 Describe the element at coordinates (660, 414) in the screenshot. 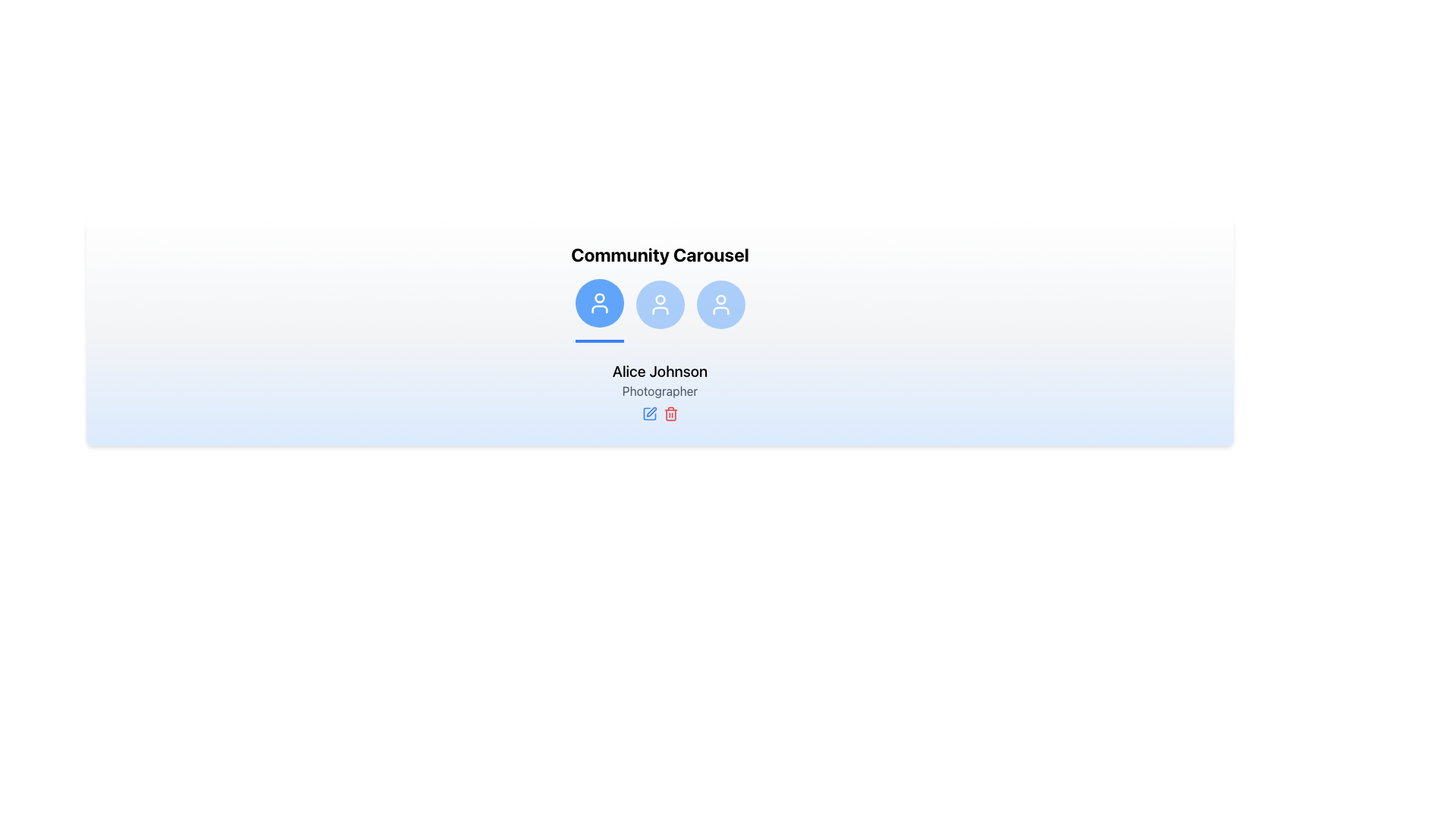

I see `the interactive icons in the menu bar beneath the 'Photographer' text` at that location.